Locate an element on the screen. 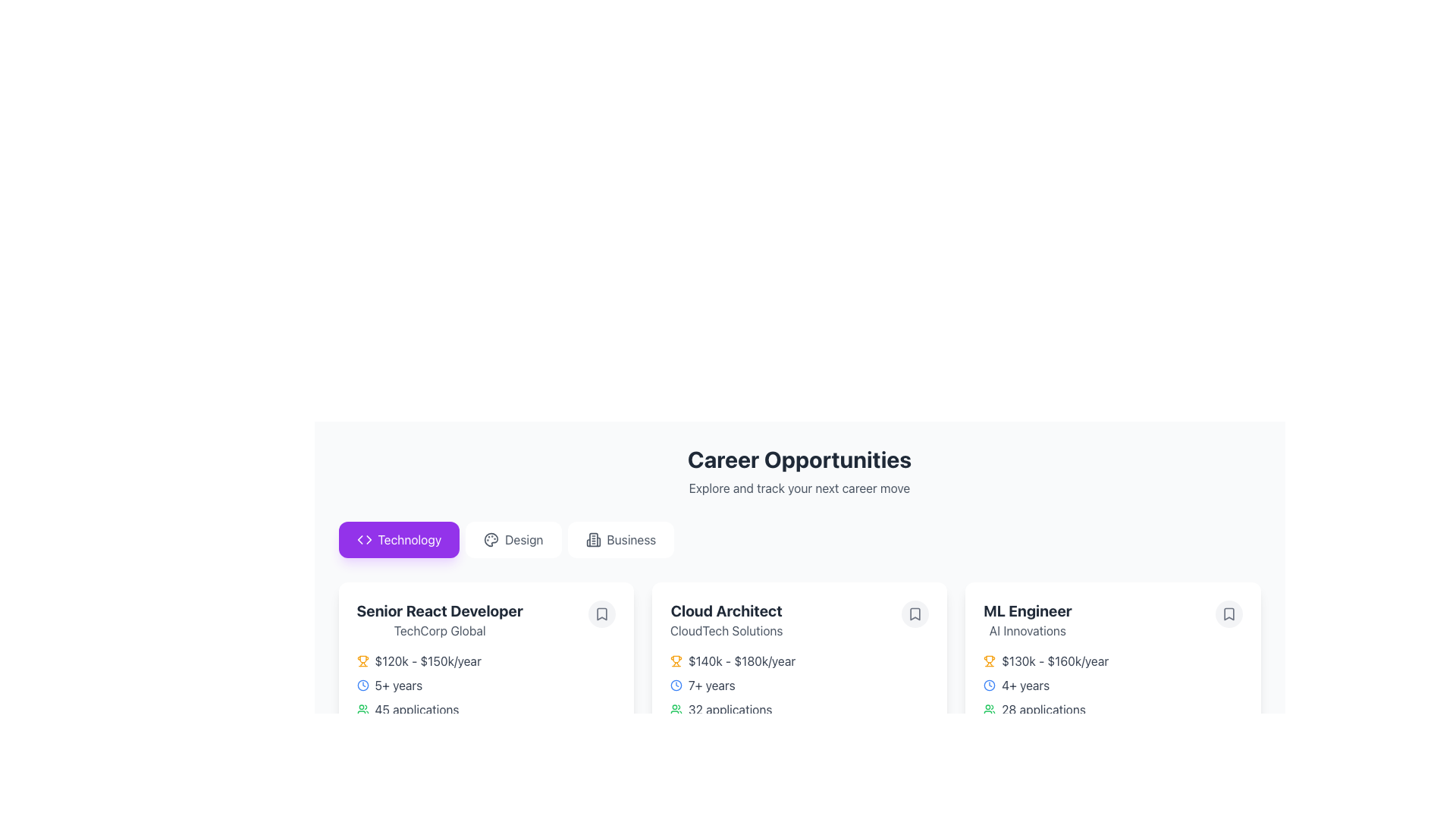 The height and width of the screenshot is (819, 1456). the text block displaying the company name associated with the 'Cloud Architect' job position, located directly underneath the title 'Cloud Architect' within the card labeled 'Cloud Architect' is located at coordinates (726, 631).